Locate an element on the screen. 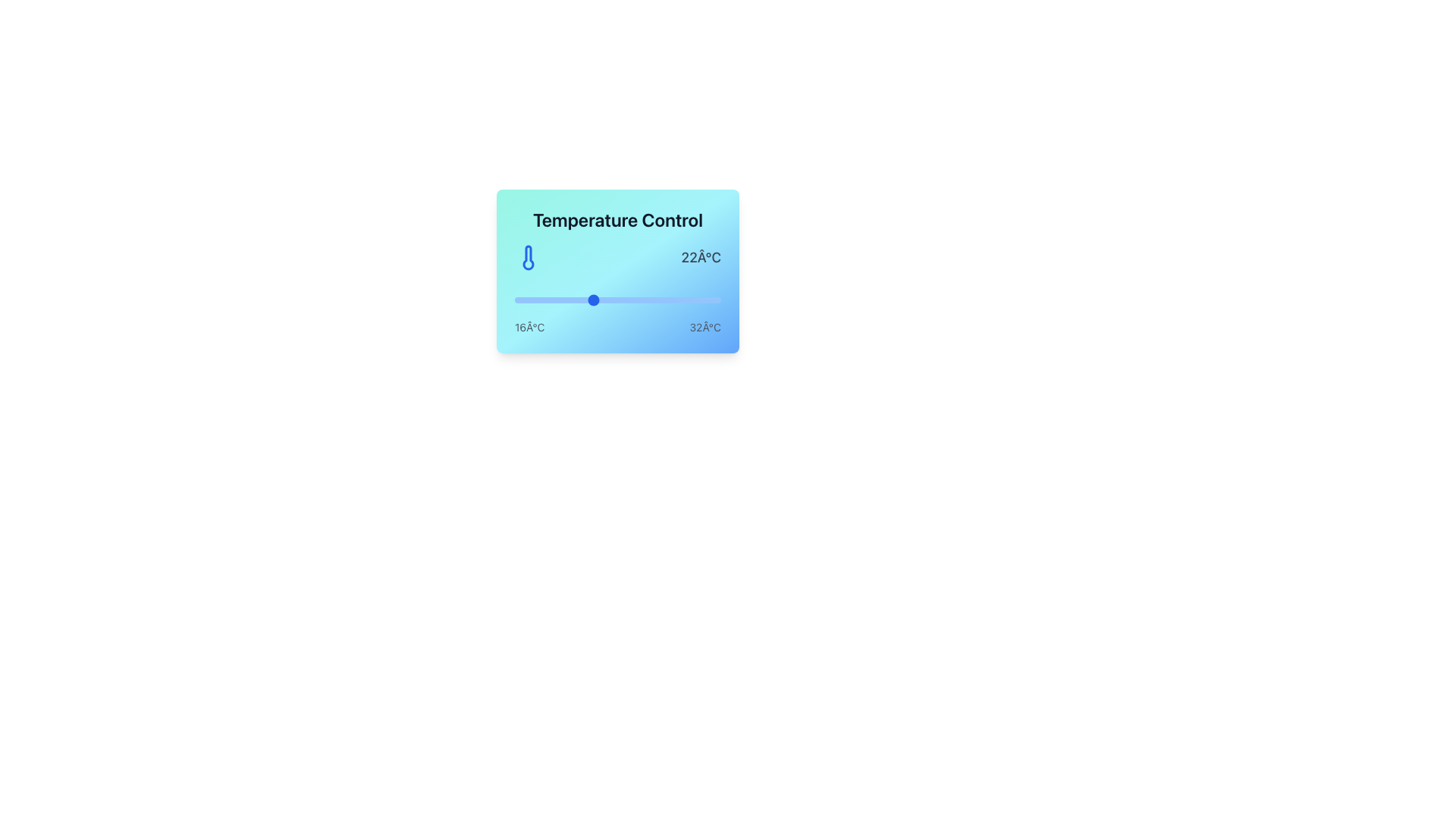 This screenshot has height=819, width=1456. the temperature is located at coordinates (566, 300).